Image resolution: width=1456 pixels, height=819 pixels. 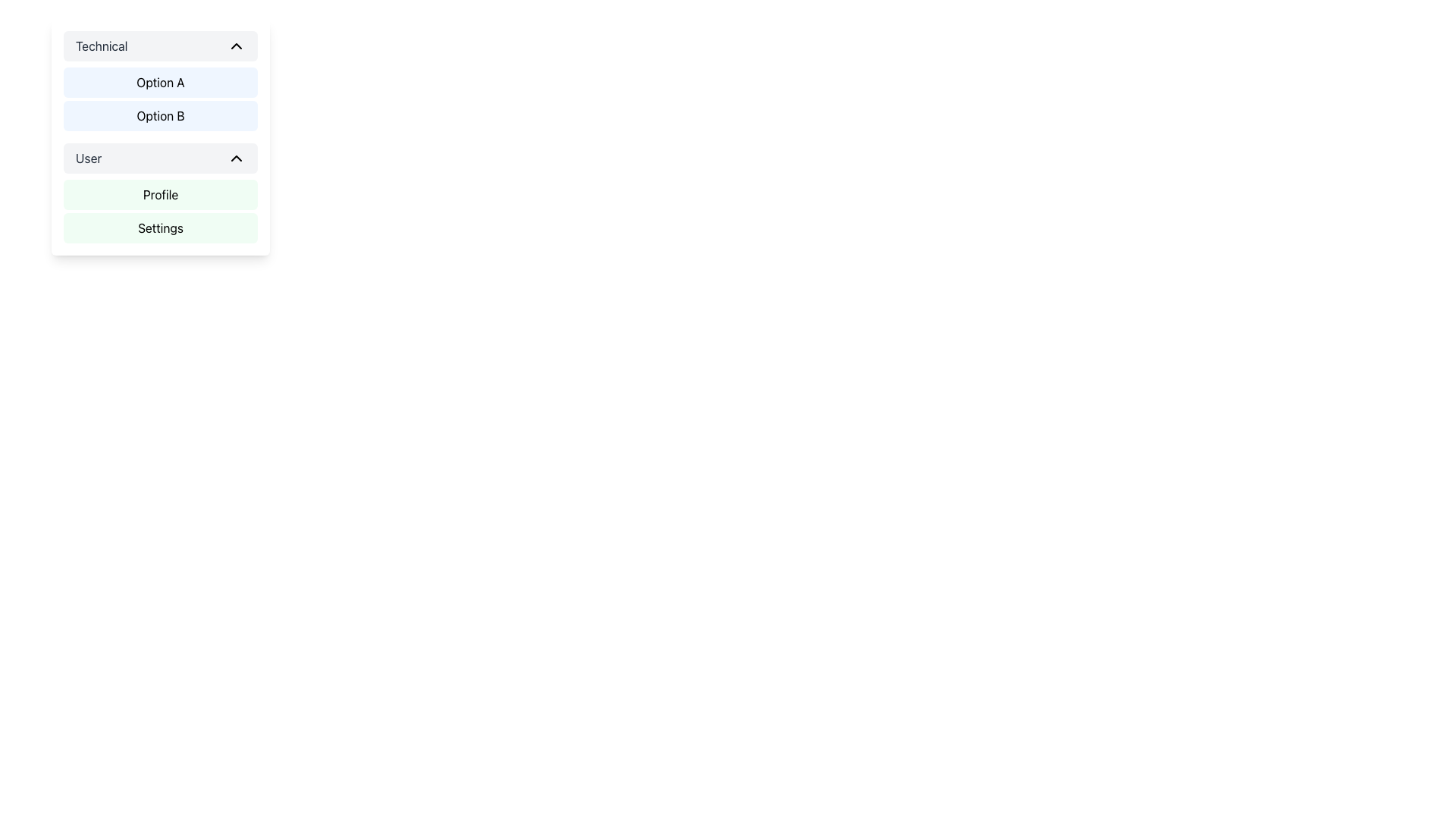 I want to click on the 'Option B' button, which is a rectangular button with a light blue background and darker blue text, so click(x=160, y=115).